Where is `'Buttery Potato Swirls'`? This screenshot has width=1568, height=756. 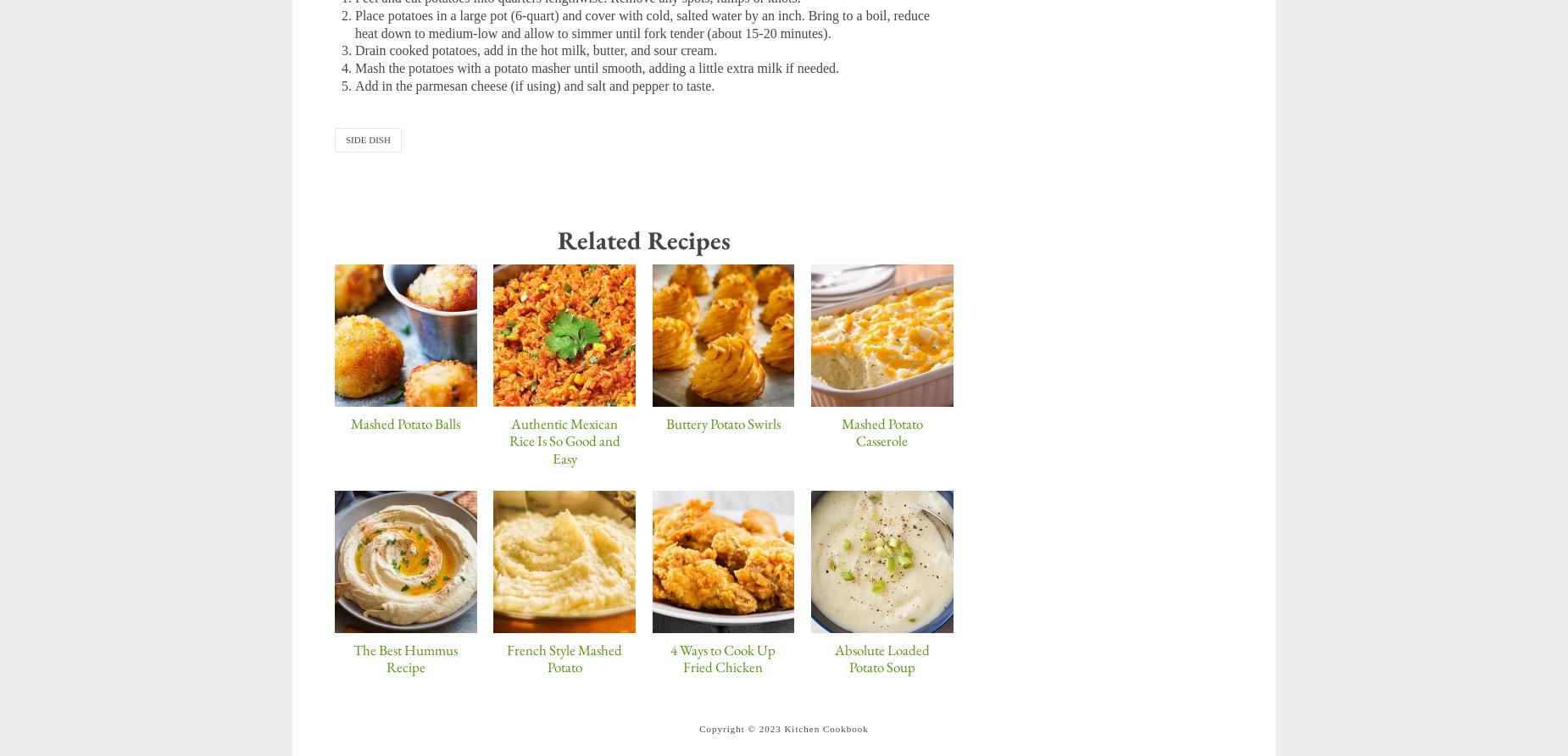 'Buttery Potato Swirls' is located at coordinates (664, 423).